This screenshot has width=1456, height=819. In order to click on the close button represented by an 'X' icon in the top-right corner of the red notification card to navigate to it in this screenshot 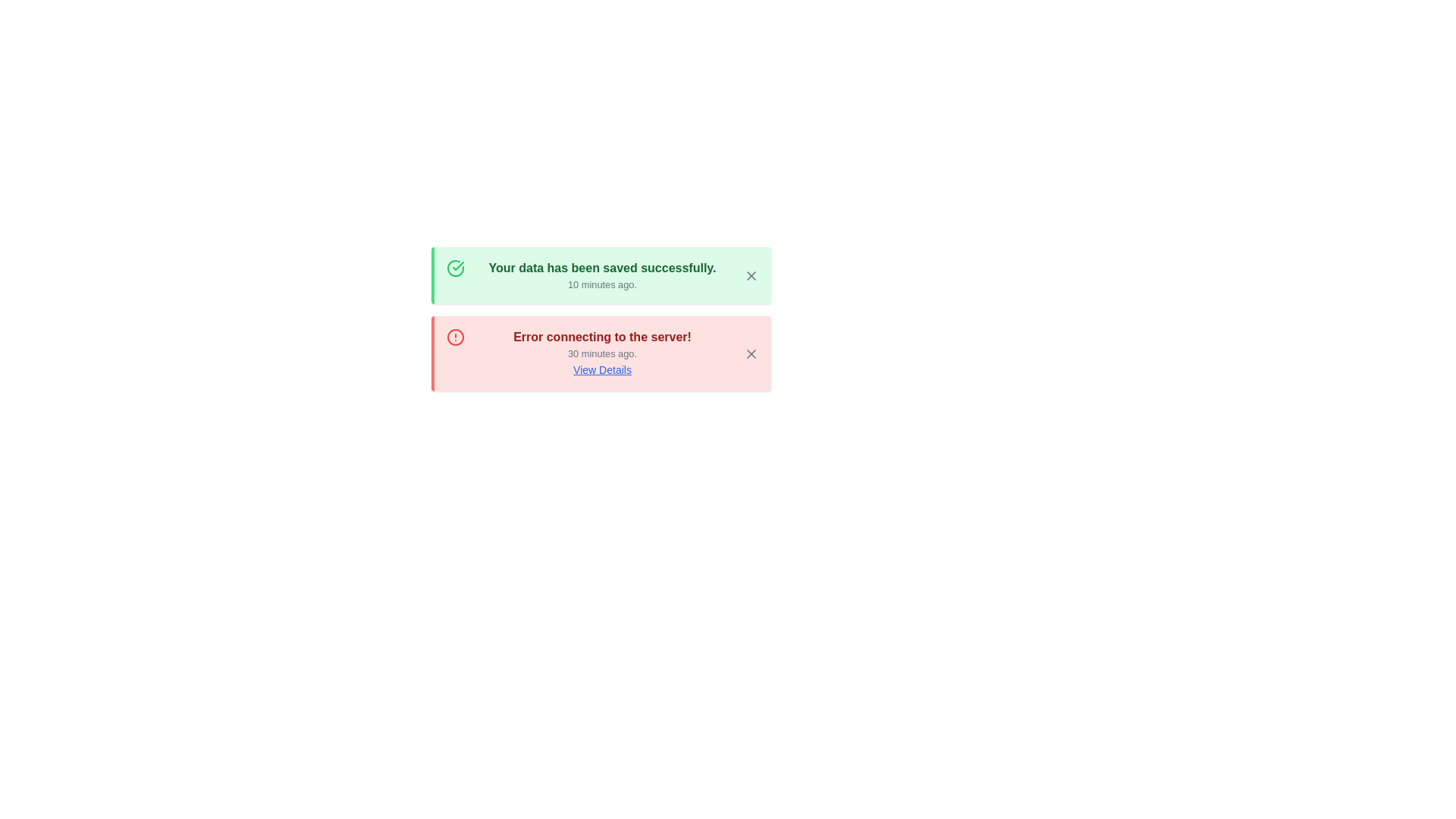, I will do `click(751, 353)`.